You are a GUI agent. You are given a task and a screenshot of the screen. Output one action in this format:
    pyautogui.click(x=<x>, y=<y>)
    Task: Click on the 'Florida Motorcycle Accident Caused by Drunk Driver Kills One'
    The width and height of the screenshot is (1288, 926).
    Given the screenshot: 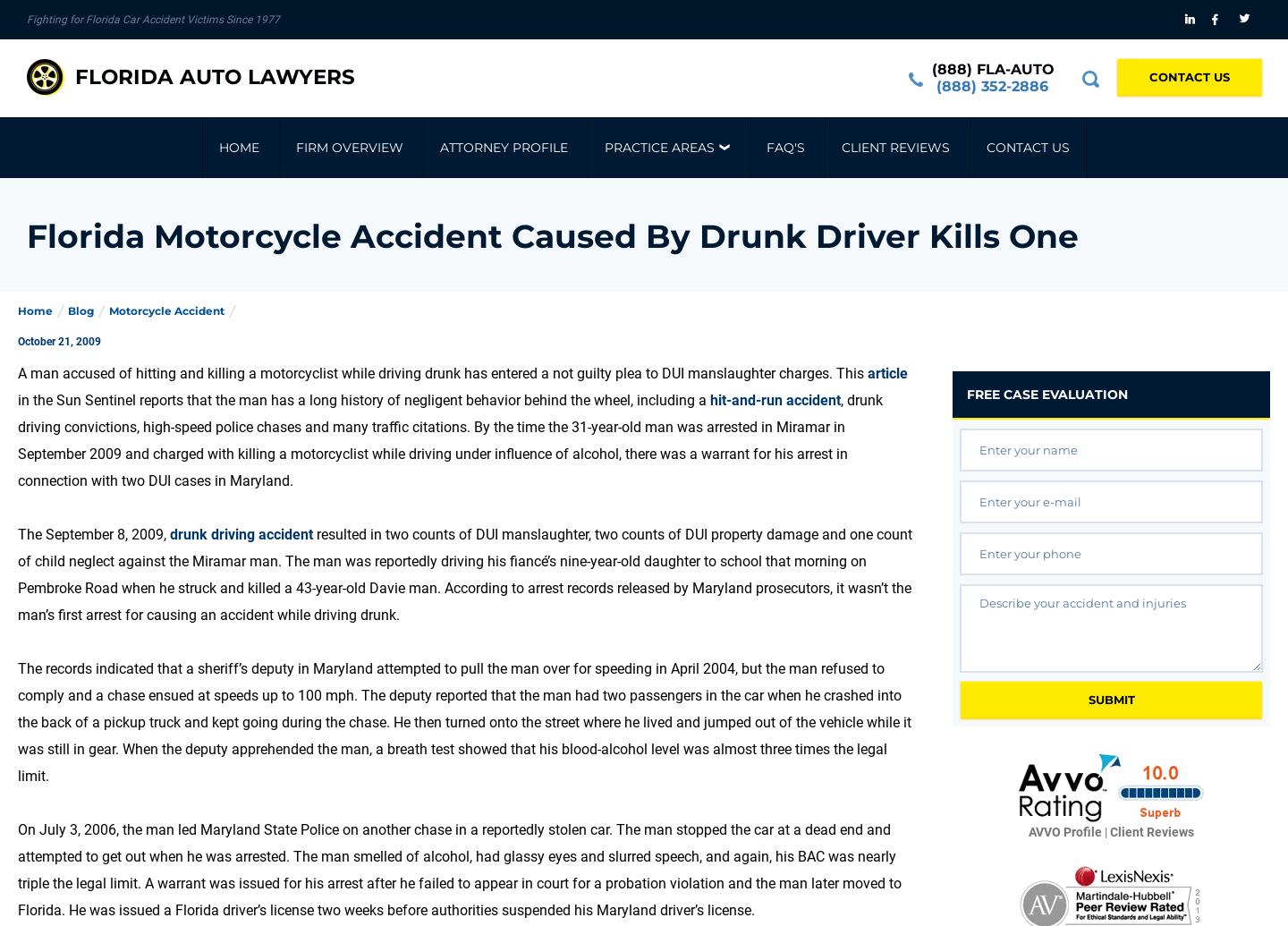 What is the action you would take?
    pyautogui.click(x=552, y=236)
    